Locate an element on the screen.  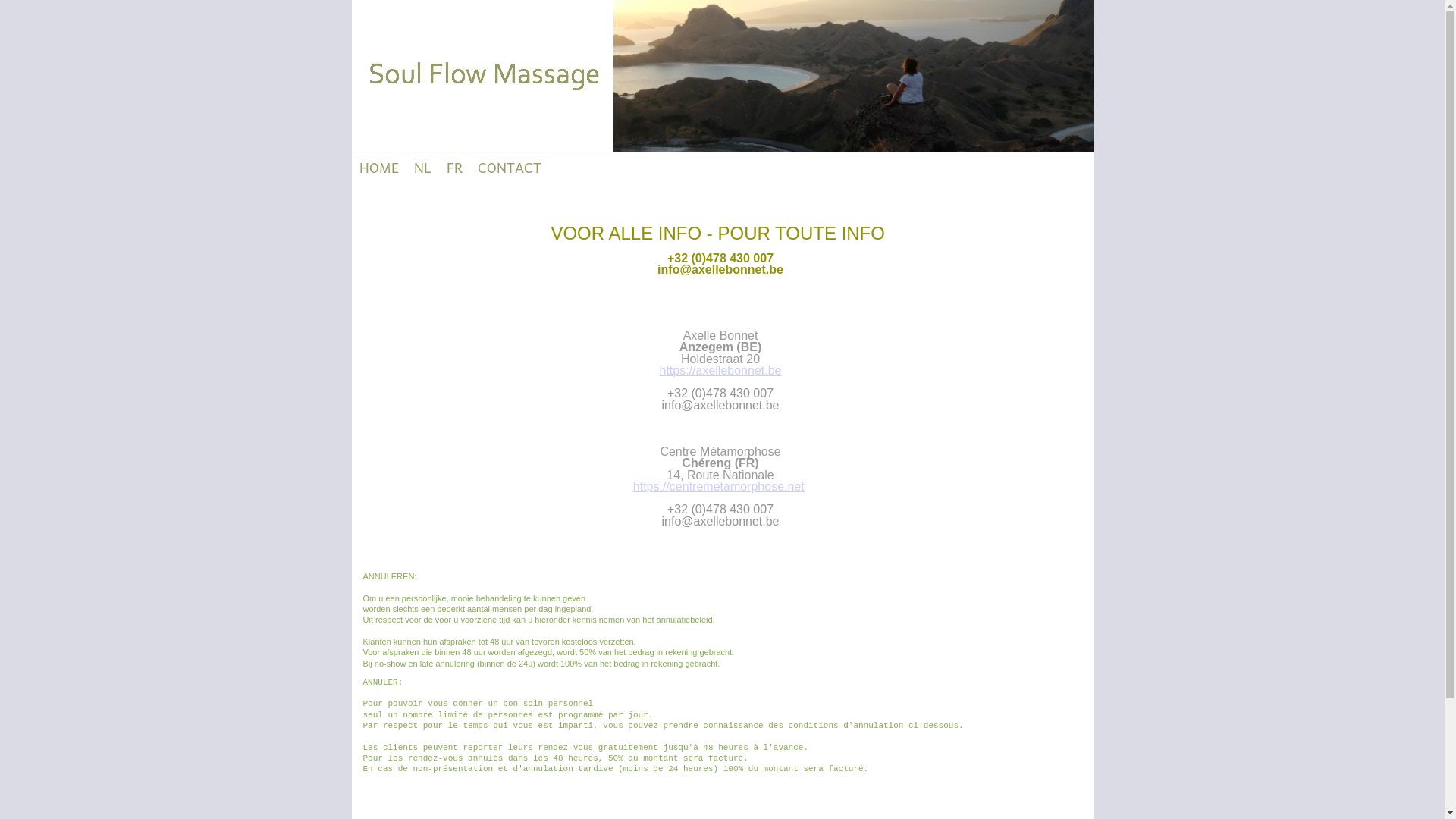
'CONTACT' is located at coordinates (469, 167).